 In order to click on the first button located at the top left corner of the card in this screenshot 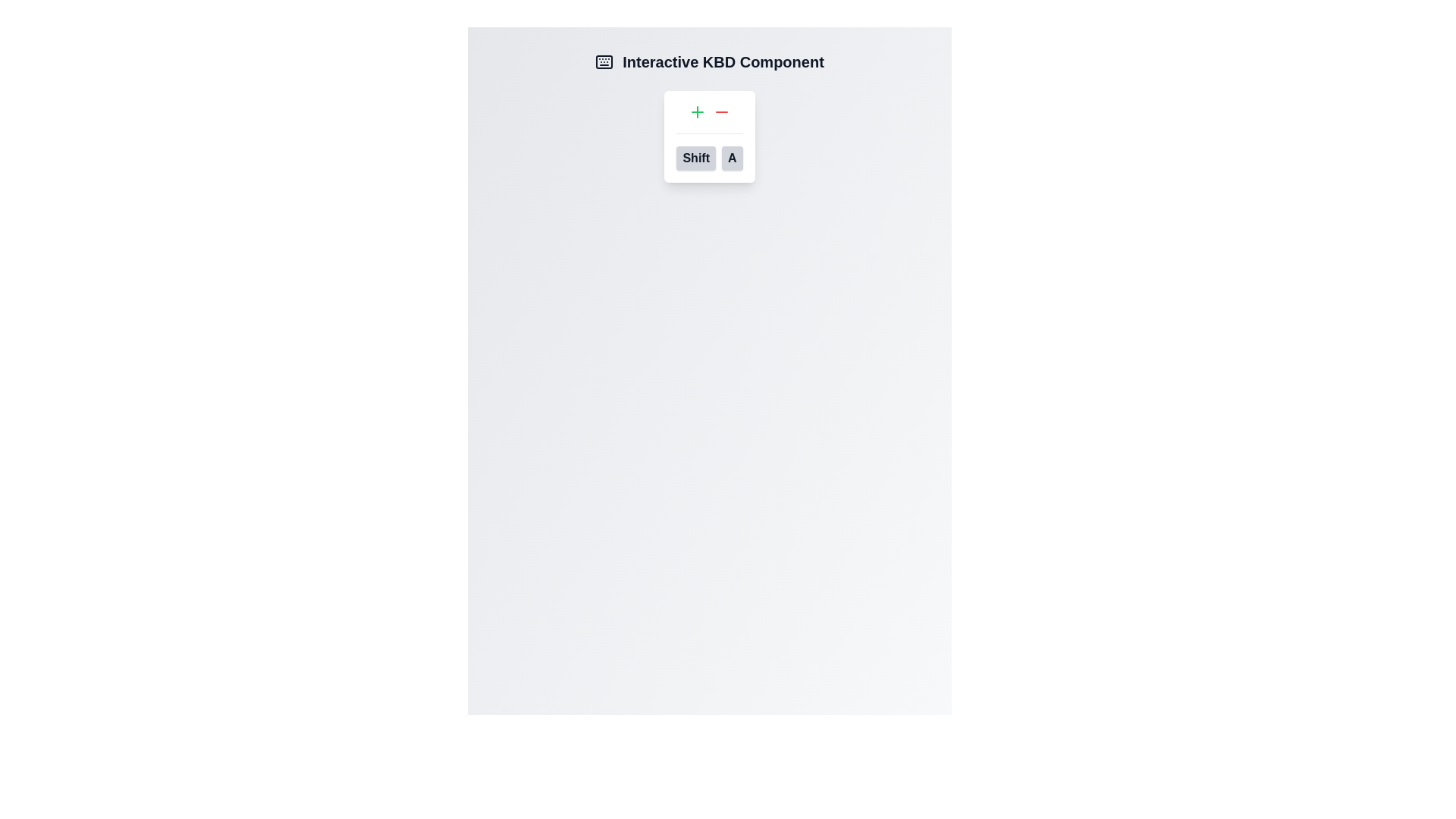, I will do `click(697, 111)`.